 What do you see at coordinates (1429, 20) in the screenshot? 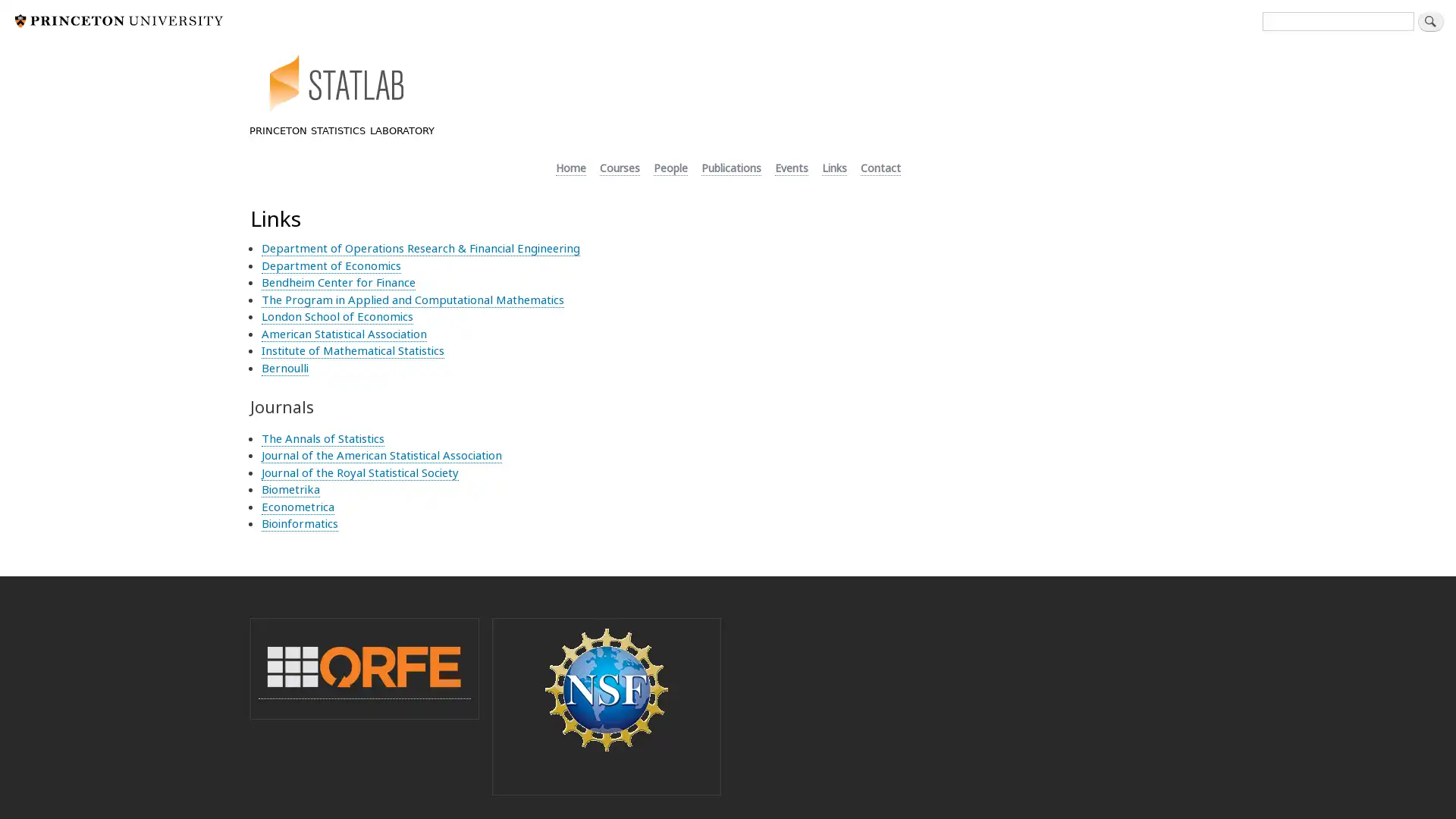
I see `Search` at bounding box center [1429, 20].